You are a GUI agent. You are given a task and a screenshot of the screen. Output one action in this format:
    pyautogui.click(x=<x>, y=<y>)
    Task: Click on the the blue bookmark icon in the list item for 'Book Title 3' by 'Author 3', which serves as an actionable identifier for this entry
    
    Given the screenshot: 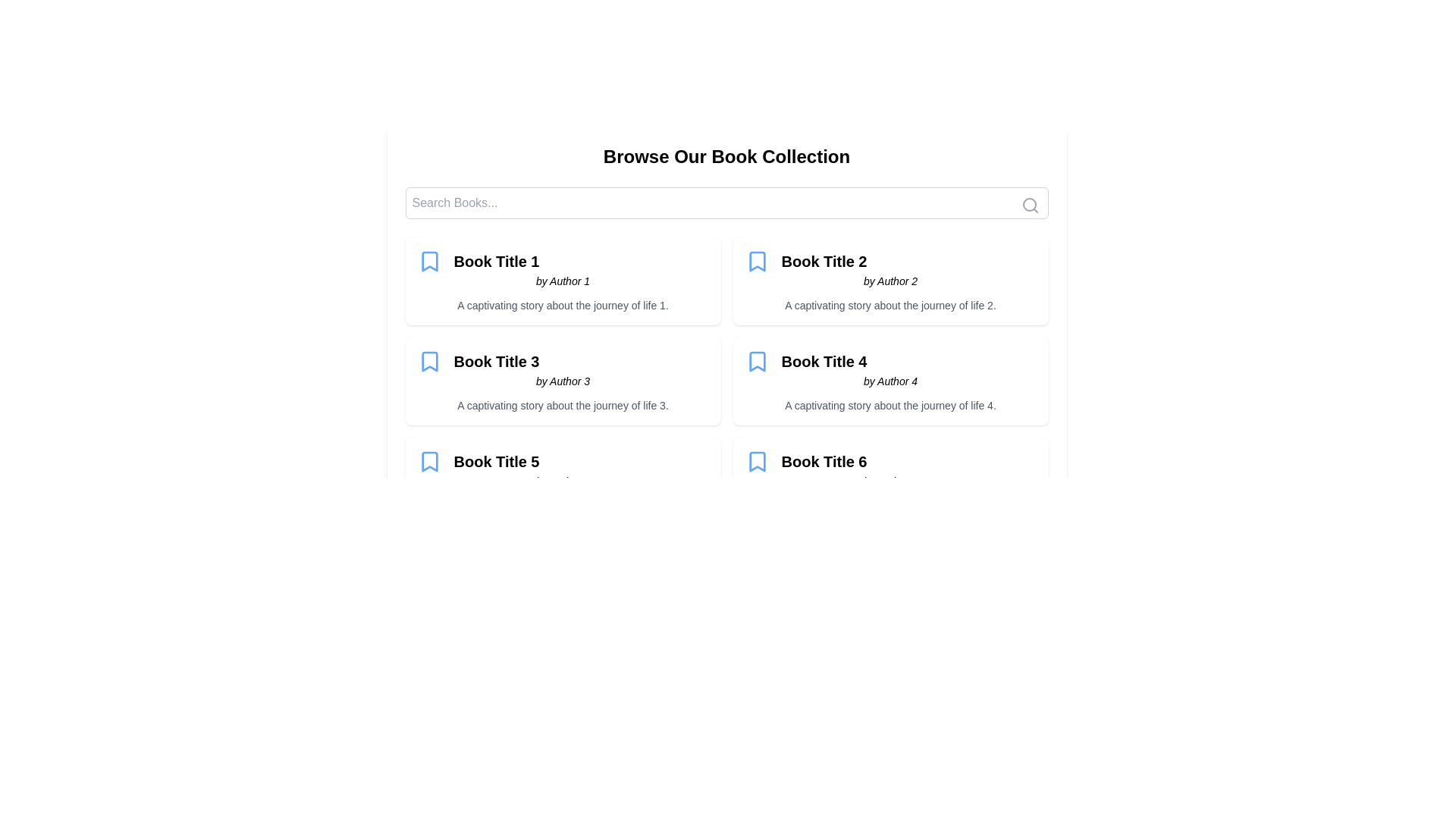 What is the action you would take?
    pyautogui.click(x=428, y=362)
    